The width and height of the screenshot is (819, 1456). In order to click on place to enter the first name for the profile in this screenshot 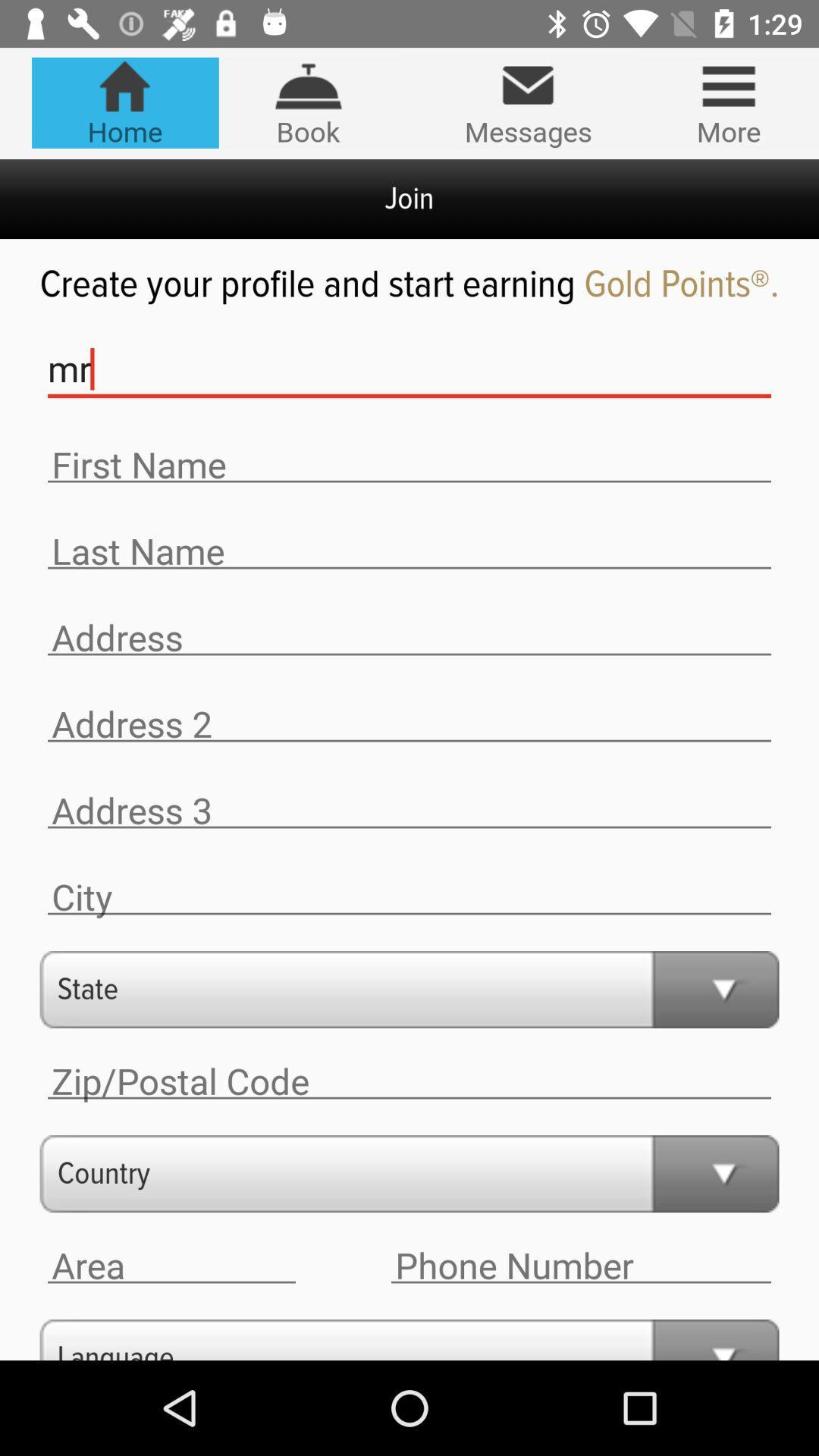, I will do `click(409, 464)`.